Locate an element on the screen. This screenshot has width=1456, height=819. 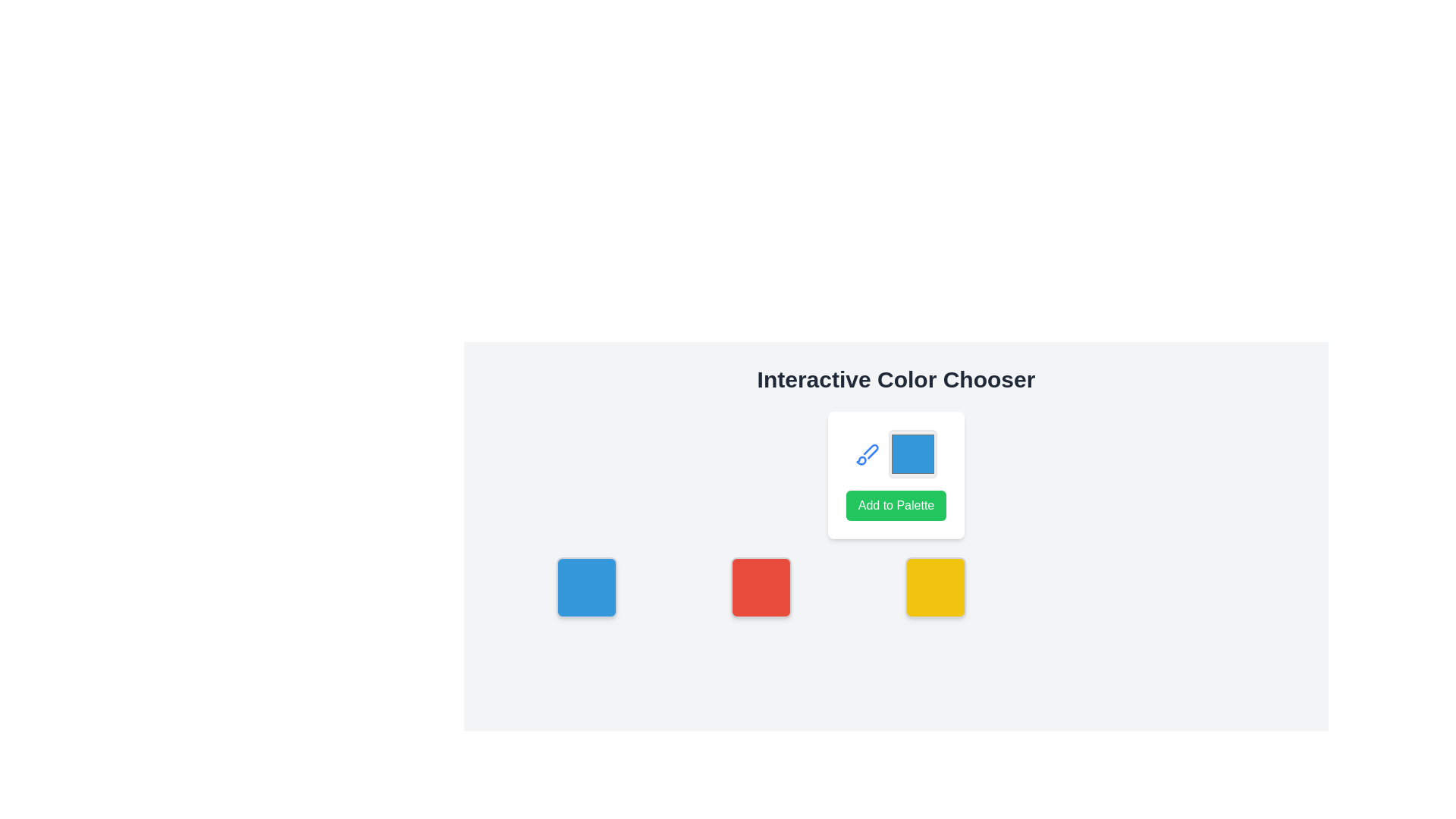
the first blue square box in the Interactive Color Chooser to make a selection is located at coordinates (585, 587).